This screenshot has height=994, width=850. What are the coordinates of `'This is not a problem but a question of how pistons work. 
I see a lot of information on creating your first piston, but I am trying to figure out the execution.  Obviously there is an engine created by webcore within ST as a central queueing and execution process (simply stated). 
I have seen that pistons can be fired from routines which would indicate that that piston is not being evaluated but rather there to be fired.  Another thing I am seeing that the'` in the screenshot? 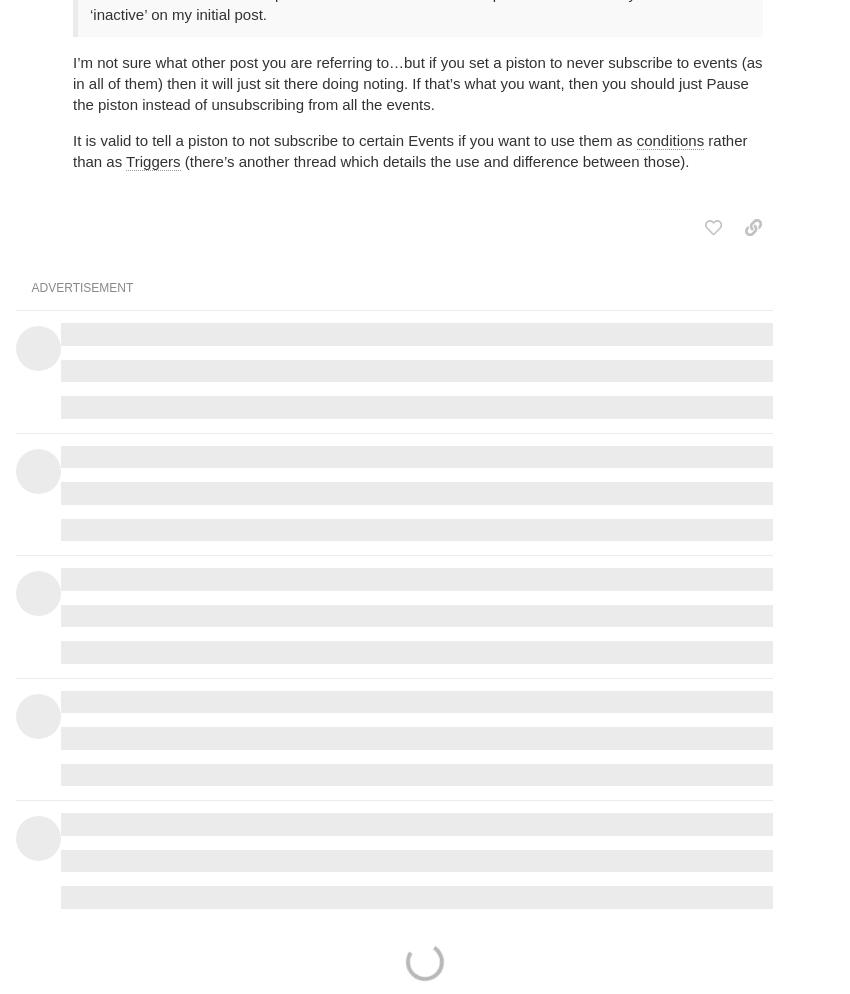 It's located at (416, 549).